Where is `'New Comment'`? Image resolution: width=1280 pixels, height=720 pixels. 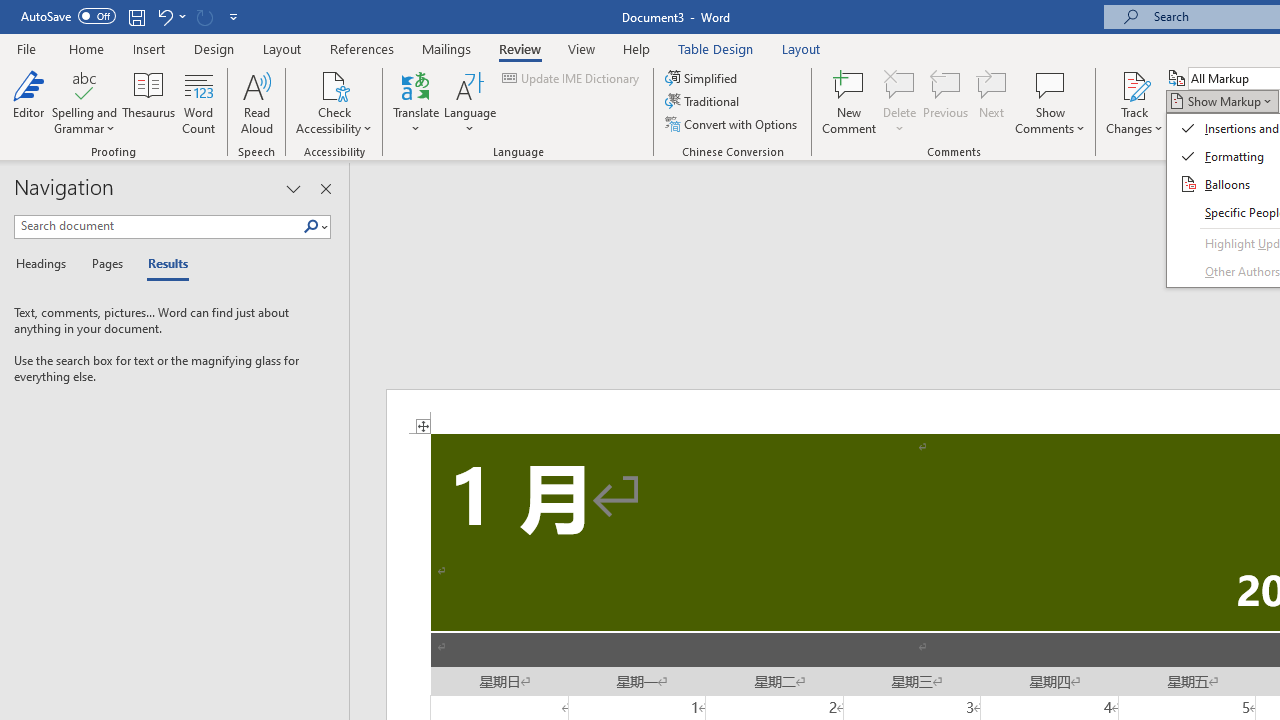
'New Comment' is located at coordinates (849, 103).